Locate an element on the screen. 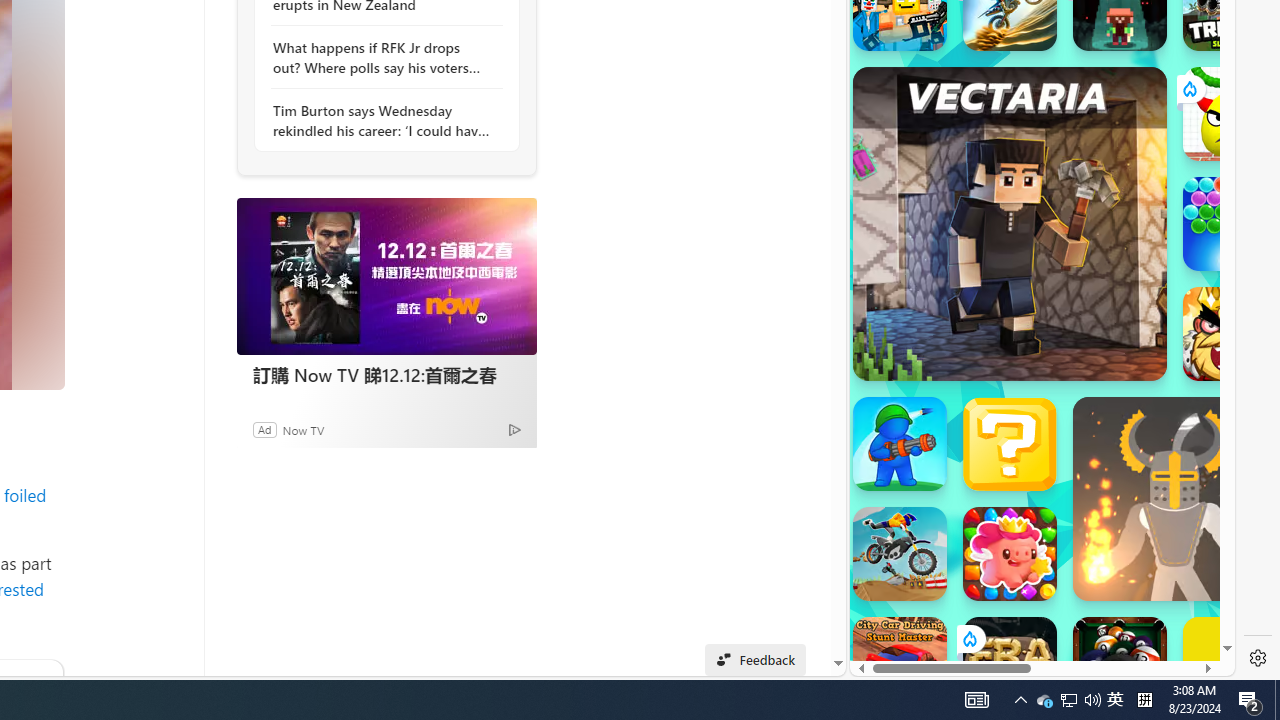  'Vectaria.io' is located at coordinates (1009, 223).